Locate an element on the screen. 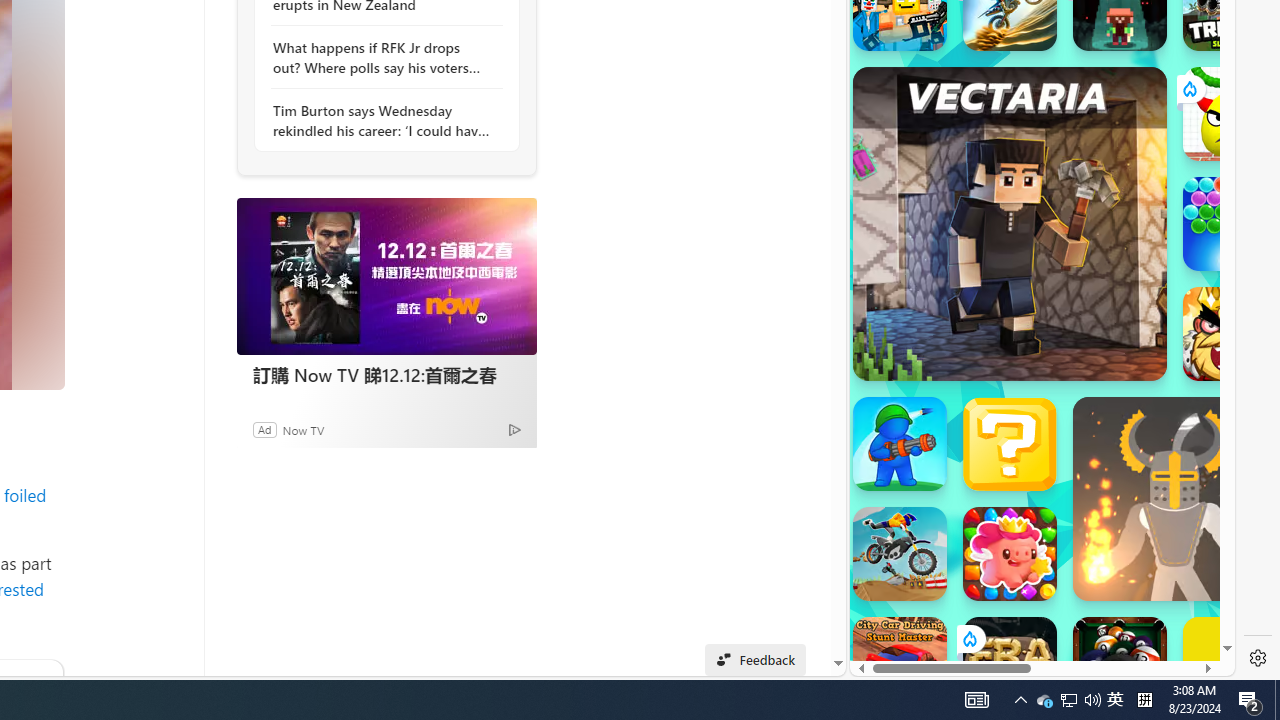  'Vectaria.io' is located at coordinates (1009, 223).